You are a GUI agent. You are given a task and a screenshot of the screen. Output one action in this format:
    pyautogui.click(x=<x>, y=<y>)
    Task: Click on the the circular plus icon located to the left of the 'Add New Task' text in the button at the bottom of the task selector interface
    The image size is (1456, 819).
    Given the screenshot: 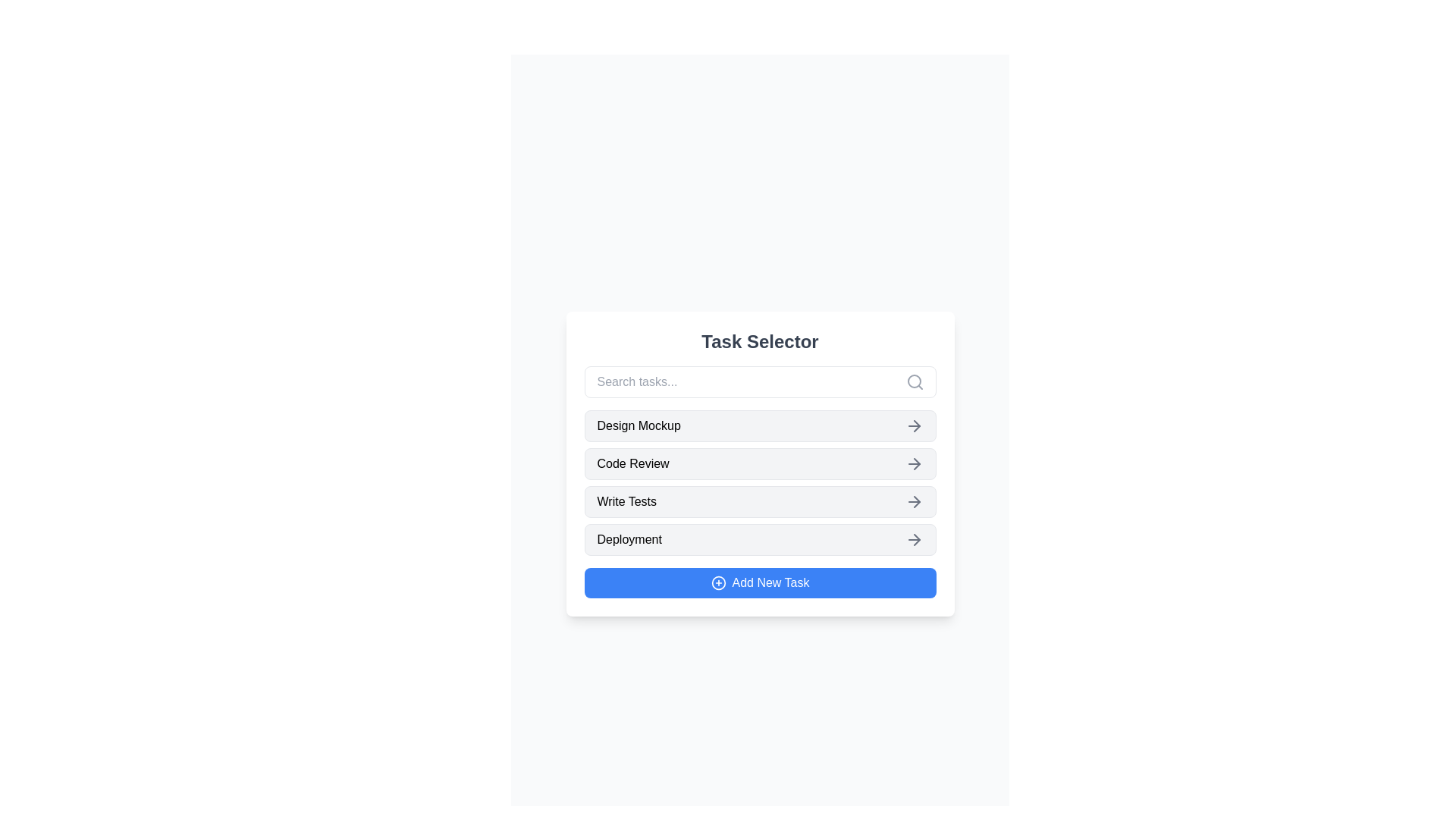 What is the action you would take?
    pyautogui.click(x=717, y=582)
    